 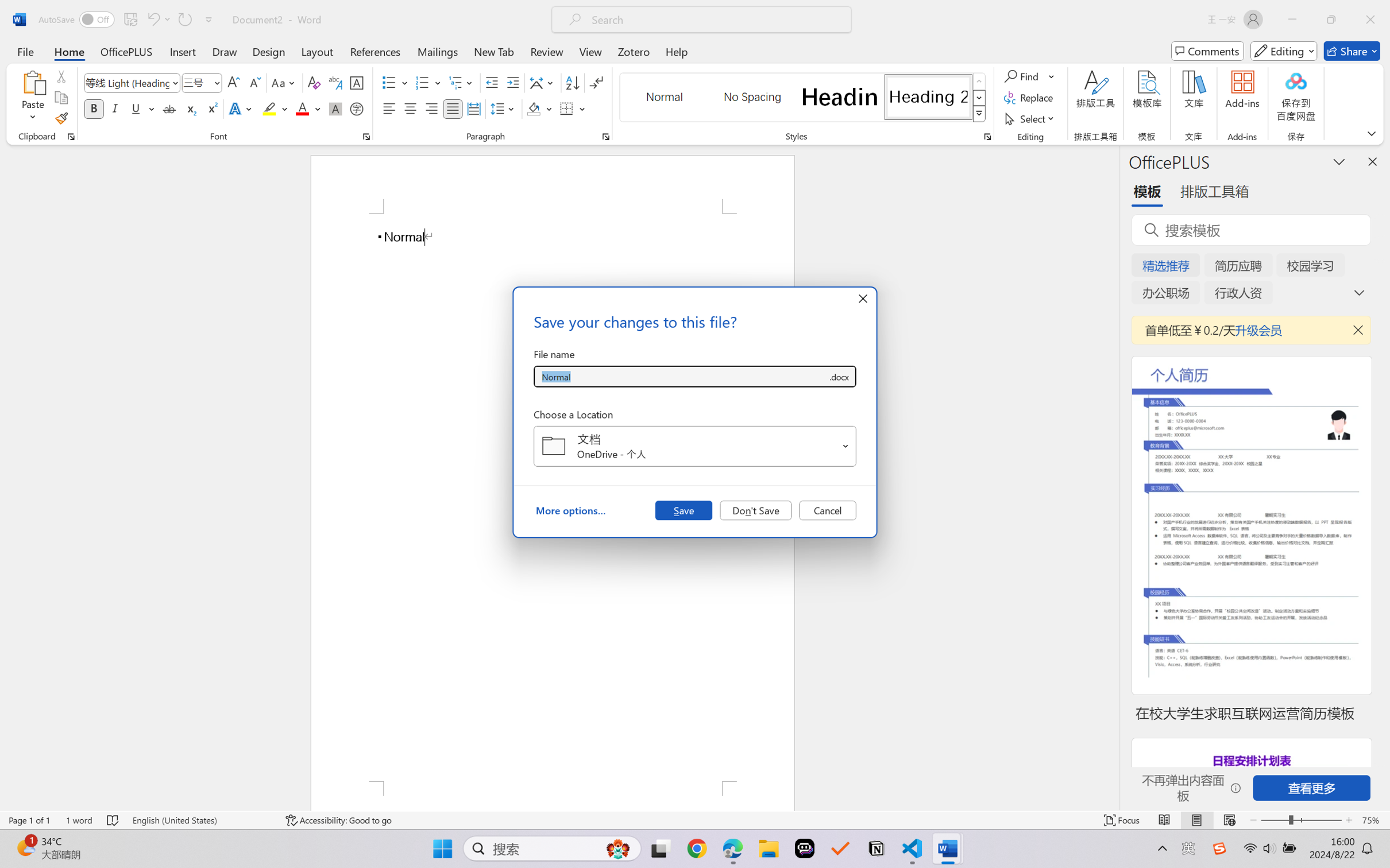 What do you see at coordinates (462, 83) in the screenshot?
I see `'Multilevel List'` at bounding box center [462, 83].